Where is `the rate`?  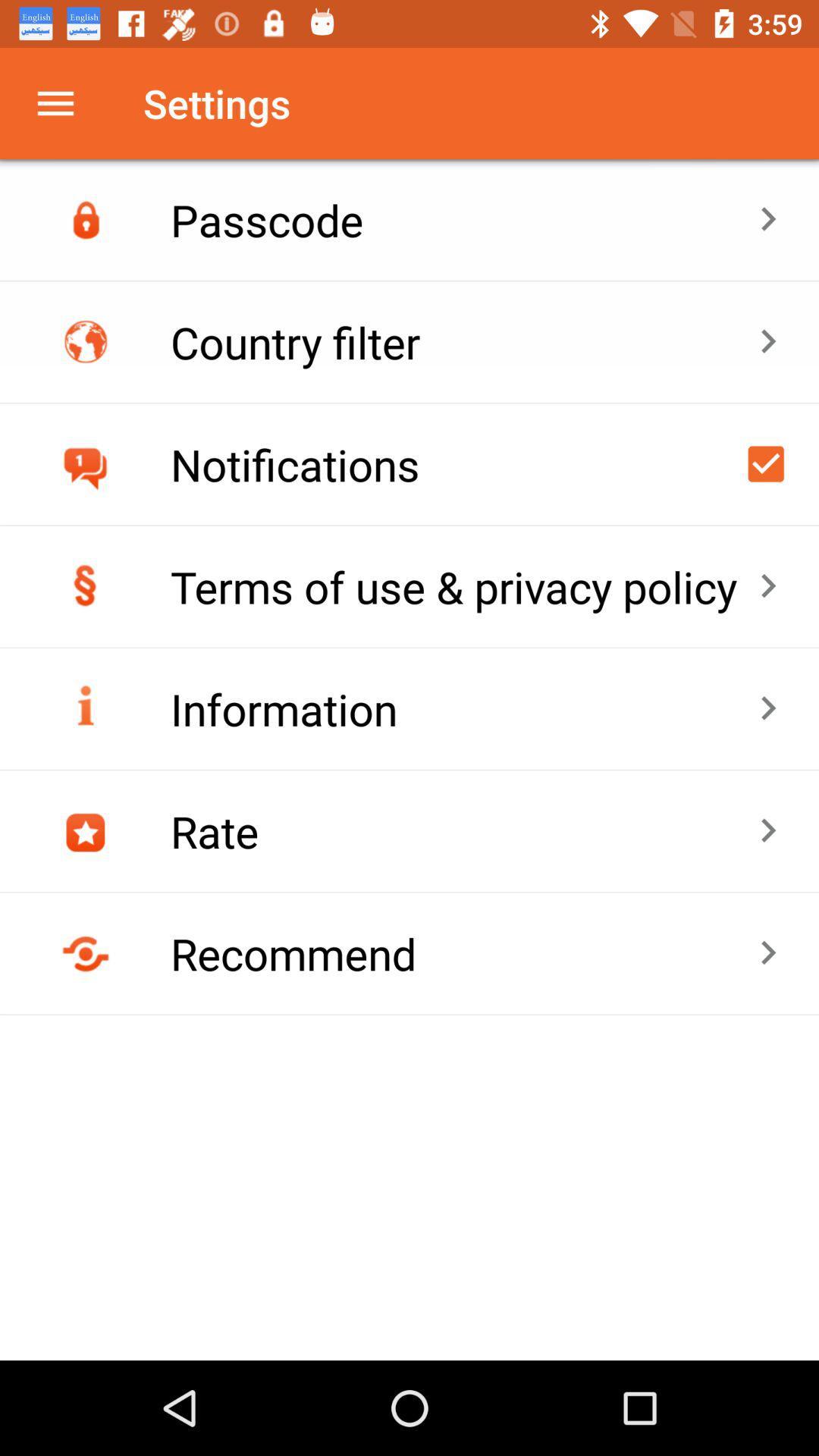 the rate is located at coordinates (463, 830).